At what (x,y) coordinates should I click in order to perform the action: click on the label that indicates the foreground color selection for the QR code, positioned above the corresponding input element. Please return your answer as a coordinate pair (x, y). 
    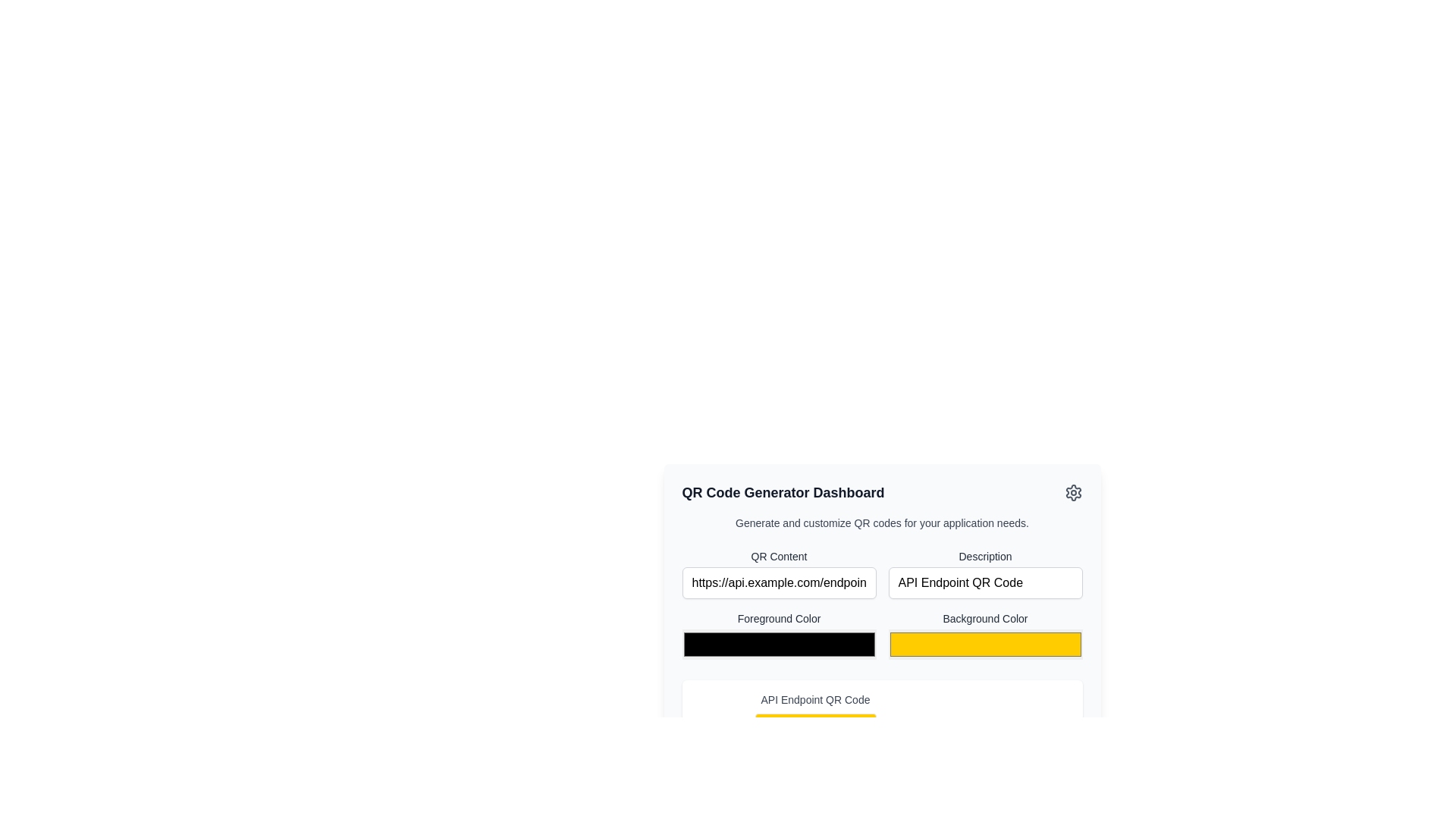
    Looking at the image, I should click on (779, 619).